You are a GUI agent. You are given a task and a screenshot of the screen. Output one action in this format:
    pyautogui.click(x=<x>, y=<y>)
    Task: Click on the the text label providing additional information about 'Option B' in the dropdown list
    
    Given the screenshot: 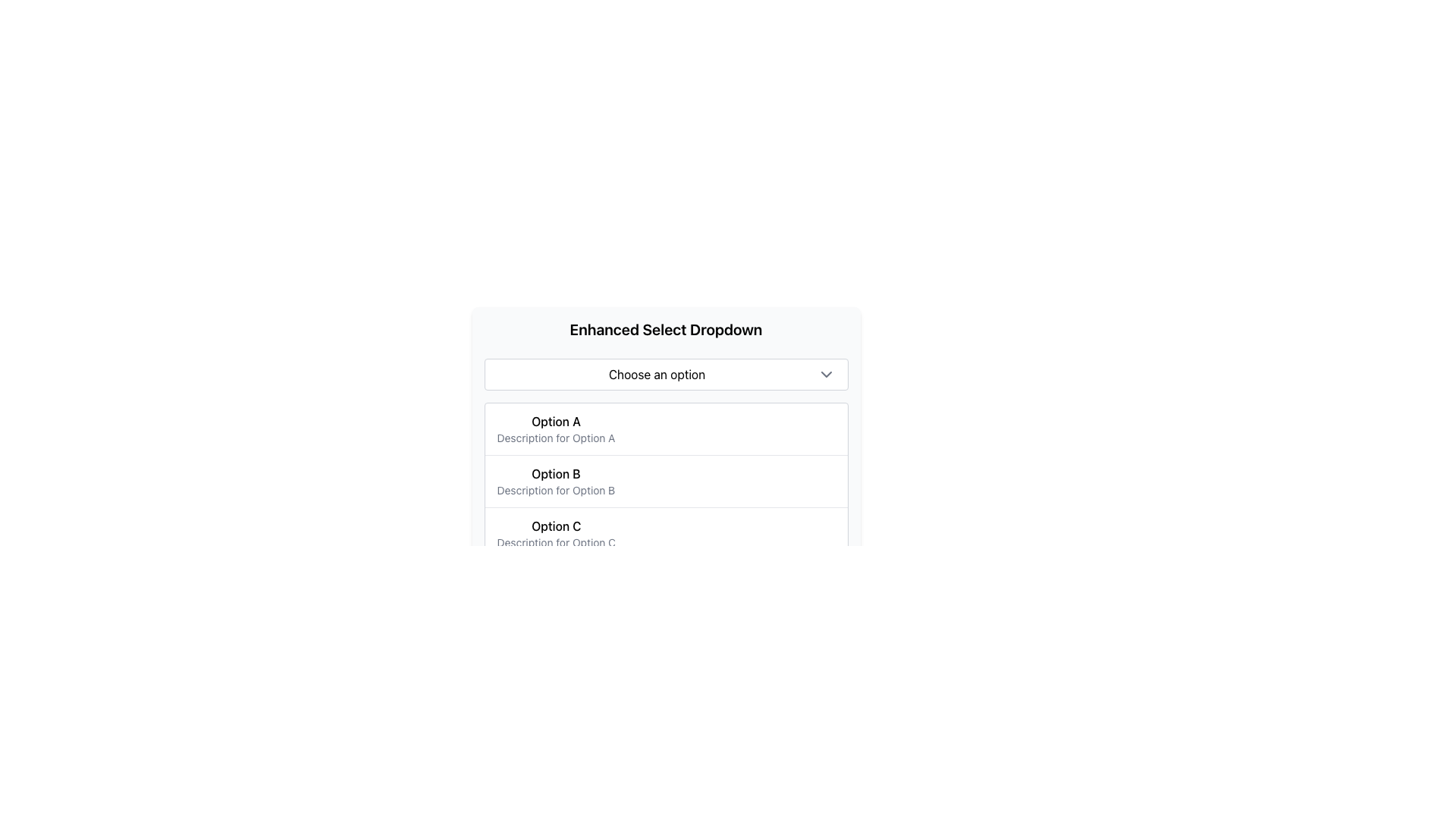 What is the action you would take?
    pyautogui.click(x=555, y=491)
    